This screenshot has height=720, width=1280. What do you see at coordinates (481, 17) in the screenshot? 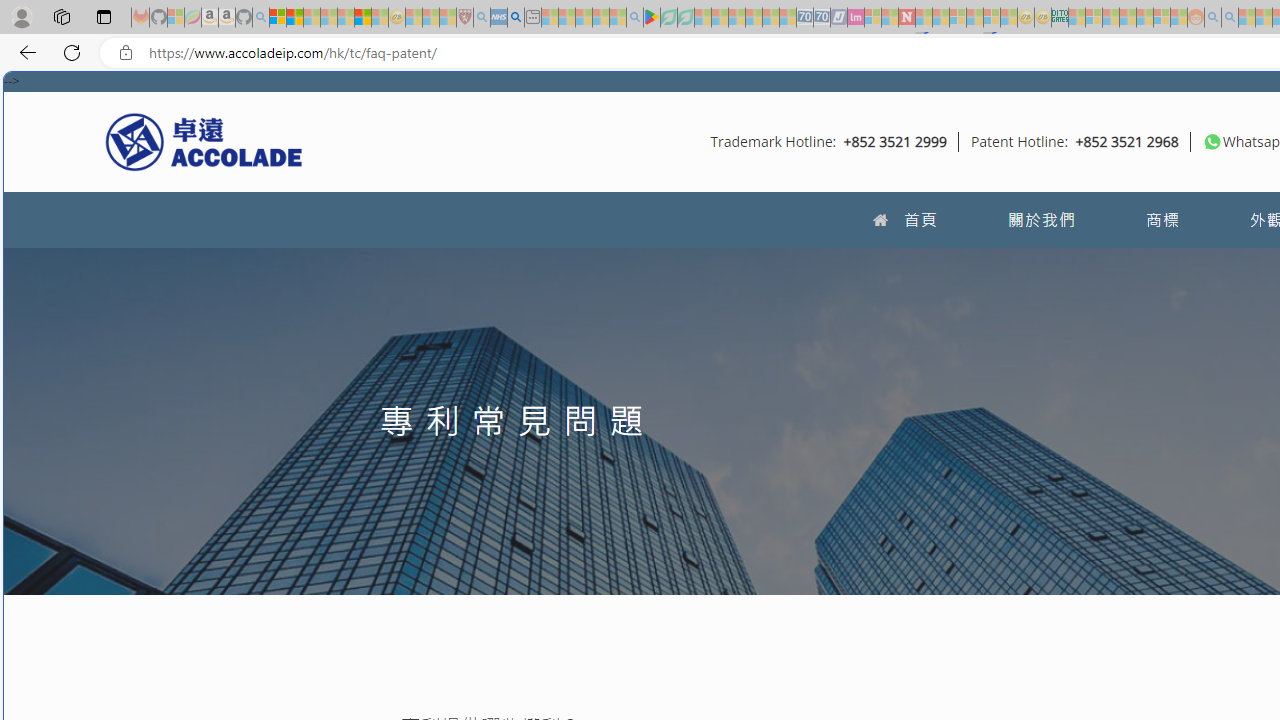
I see `'list of asthma inhalers uk - Search - Sleeping'` at bounding box center [481, 17].